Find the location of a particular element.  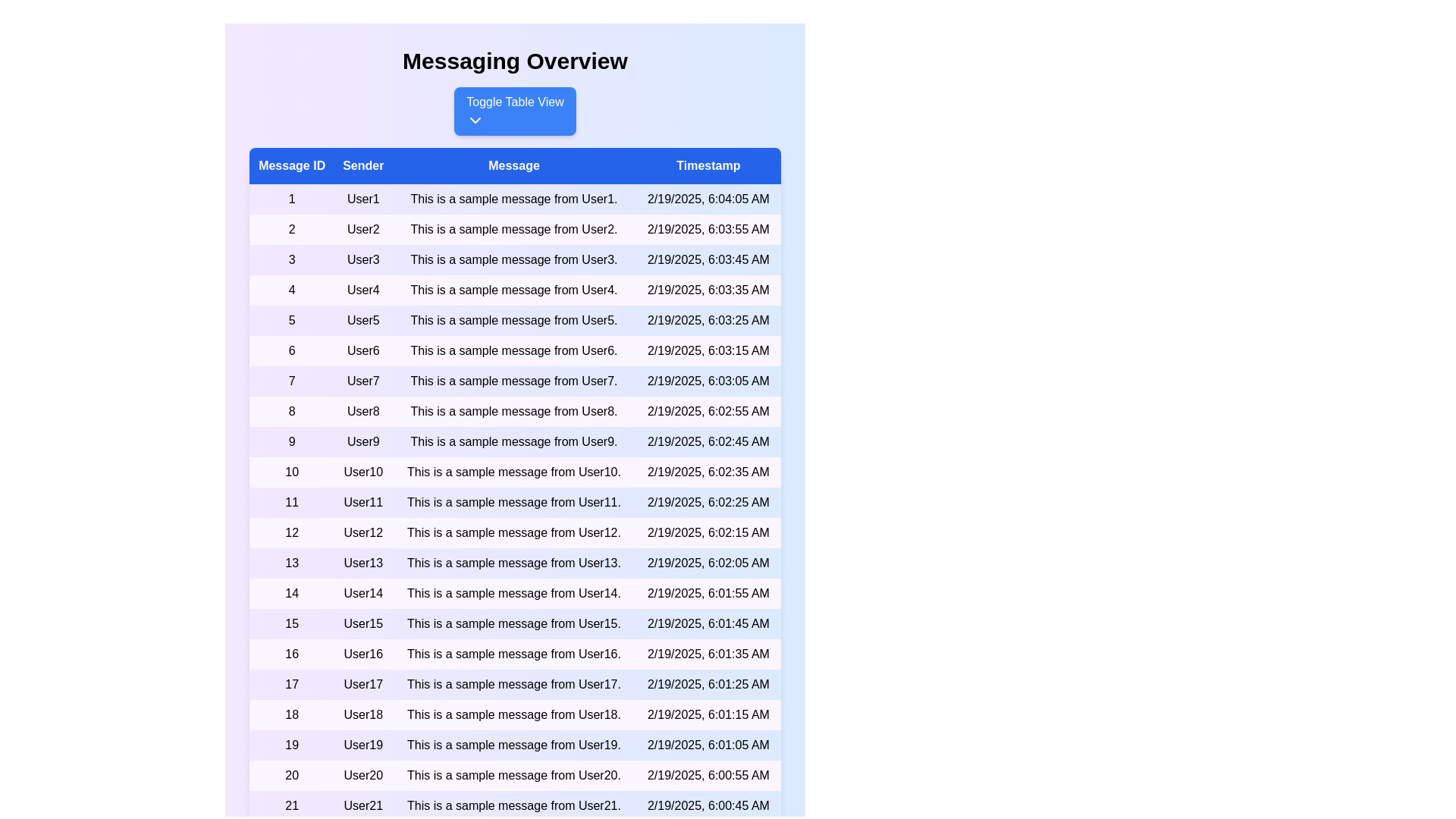

'Toggle Table View' button to toggle the table view visibility is located at coordinates (515, 110).